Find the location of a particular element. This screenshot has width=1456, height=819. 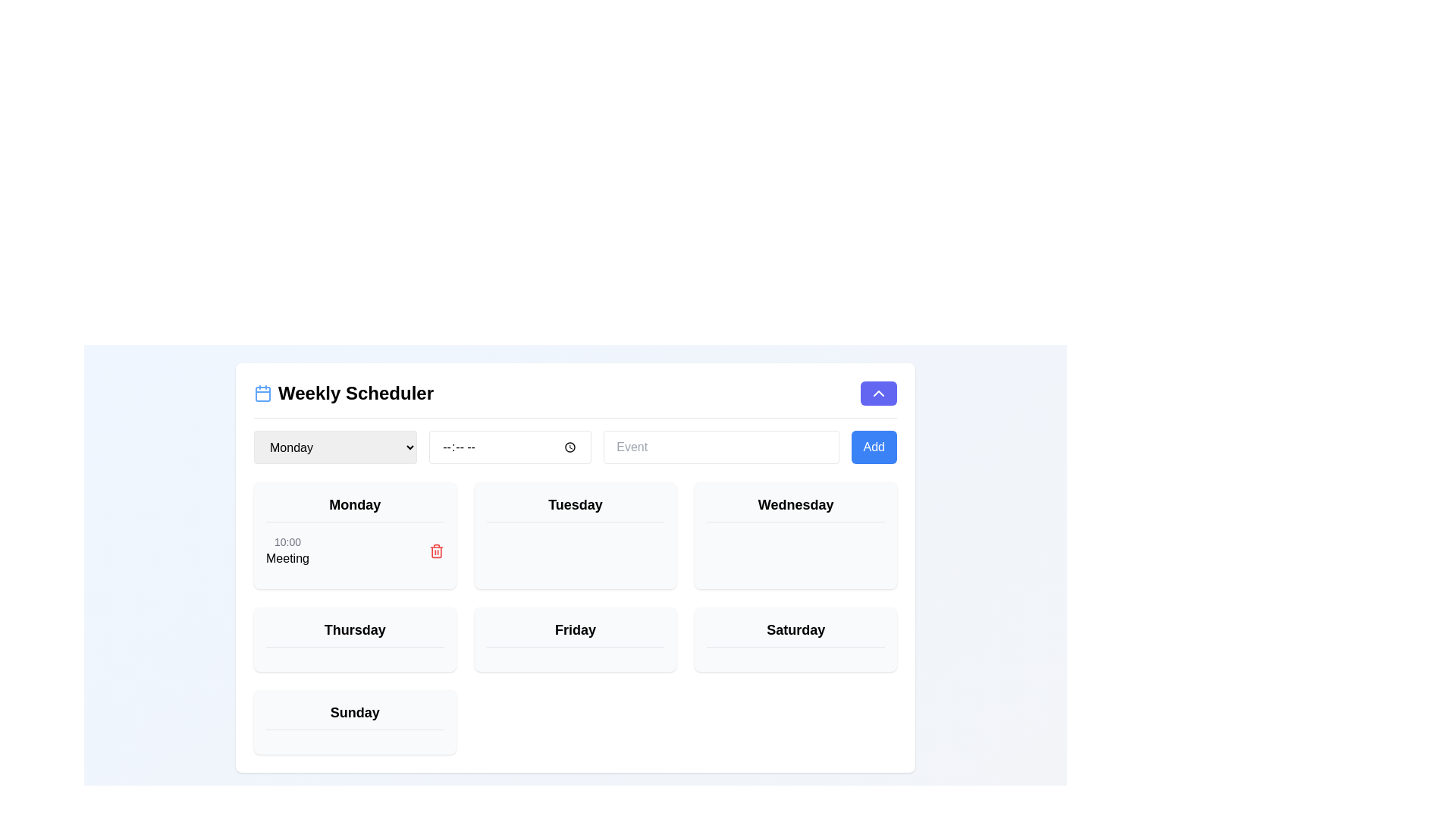

time displayed on the Text label that shows '10:00', located at the top of the 'Monday' group is located at coordinates (287, 541).